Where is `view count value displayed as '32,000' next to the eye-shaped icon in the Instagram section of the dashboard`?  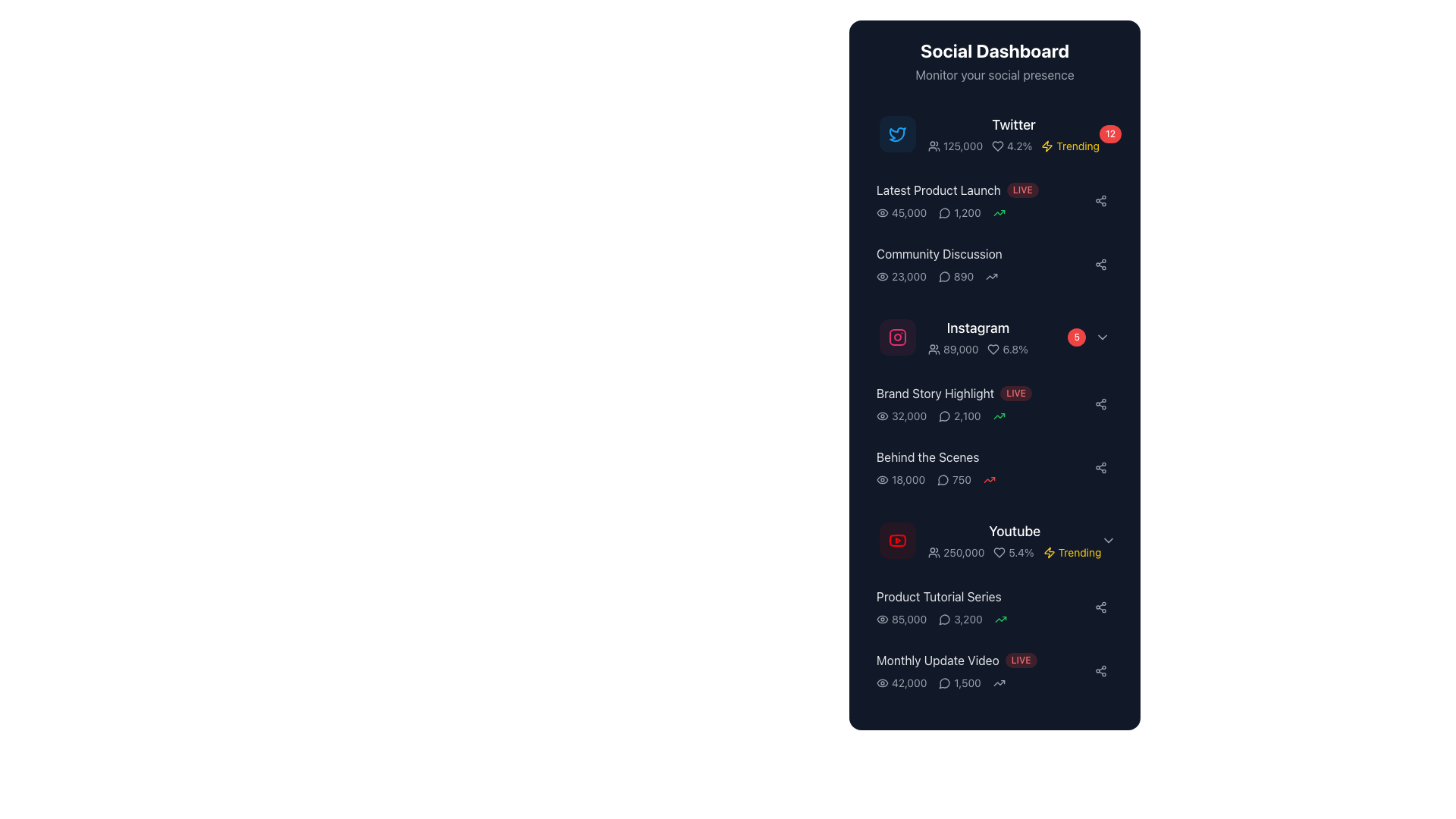
view count value displayed as '32,000' next to the eye-shaped icon in the Instagram section of the dashboard is located at coordinates (902, 416).